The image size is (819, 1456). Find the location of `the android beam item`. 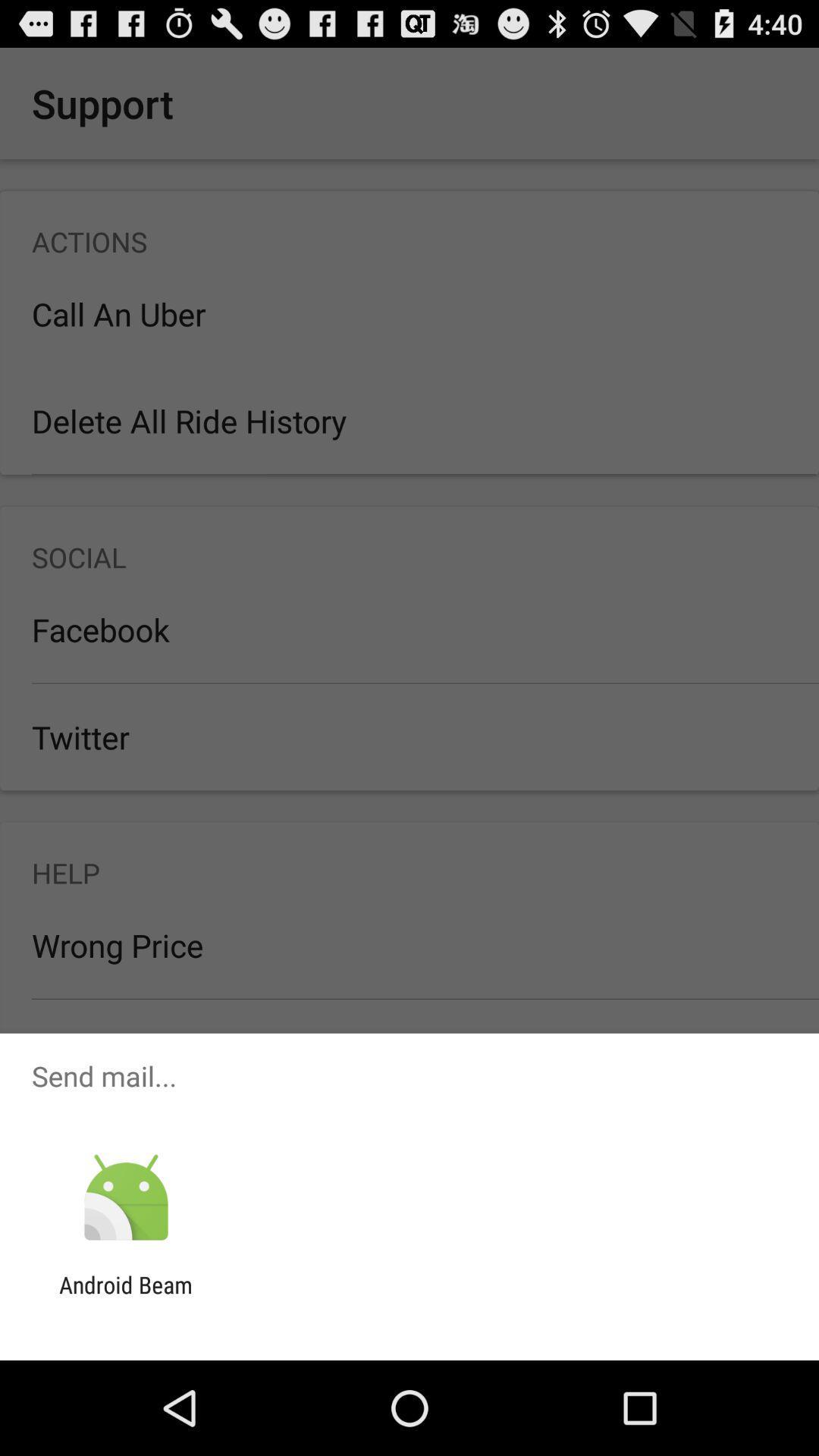

the android beam item is located at coordinates (125, 1298).